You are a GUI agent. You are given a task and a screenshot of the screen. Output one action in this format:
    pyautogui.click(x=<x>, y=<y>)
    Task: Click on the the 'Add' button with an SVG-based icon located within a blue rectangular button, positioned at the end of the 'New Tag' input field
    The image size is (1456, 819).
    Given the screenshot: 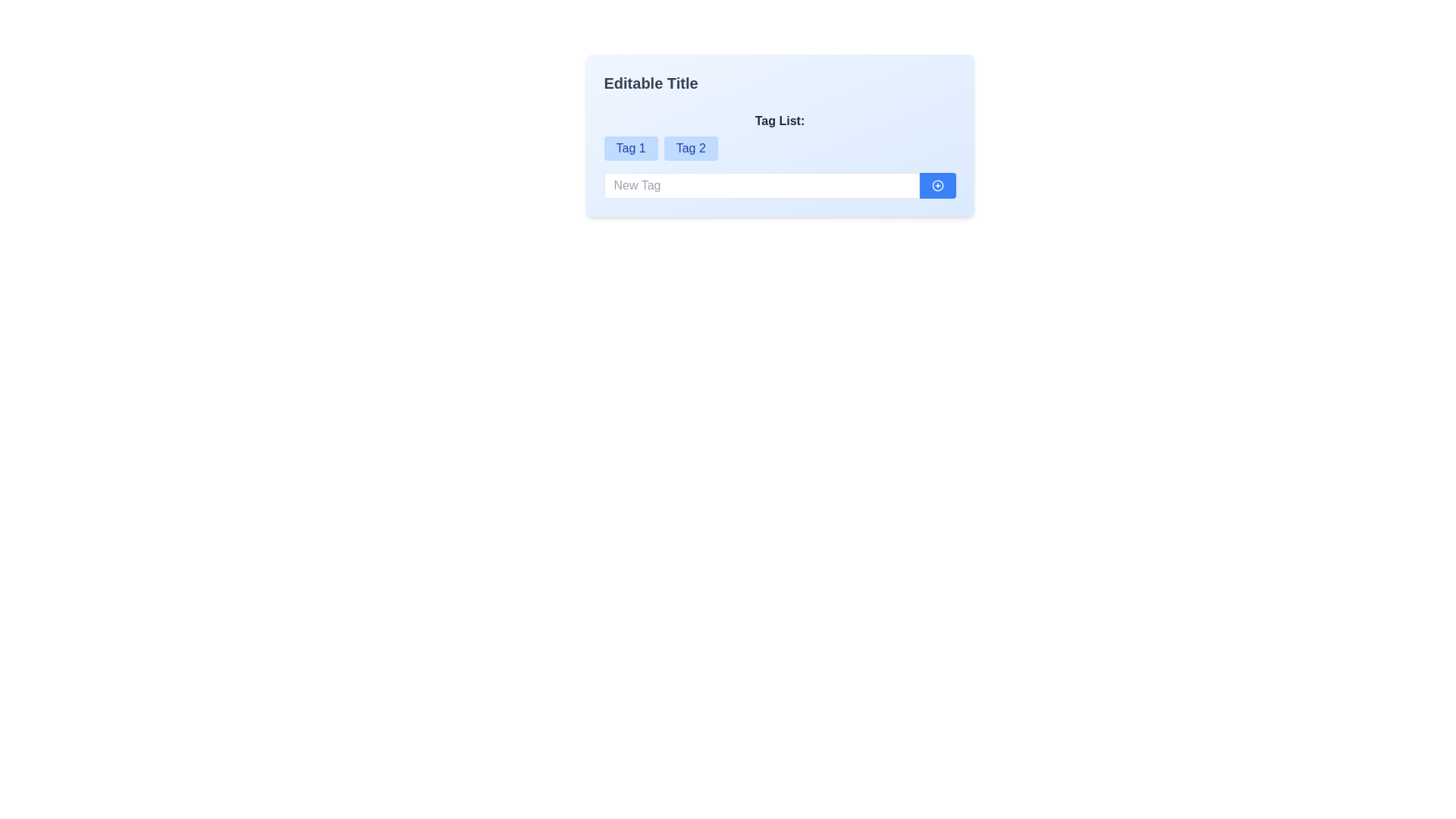 What is the action you would take?
    pyautogui.click(x=937, y=185)
    